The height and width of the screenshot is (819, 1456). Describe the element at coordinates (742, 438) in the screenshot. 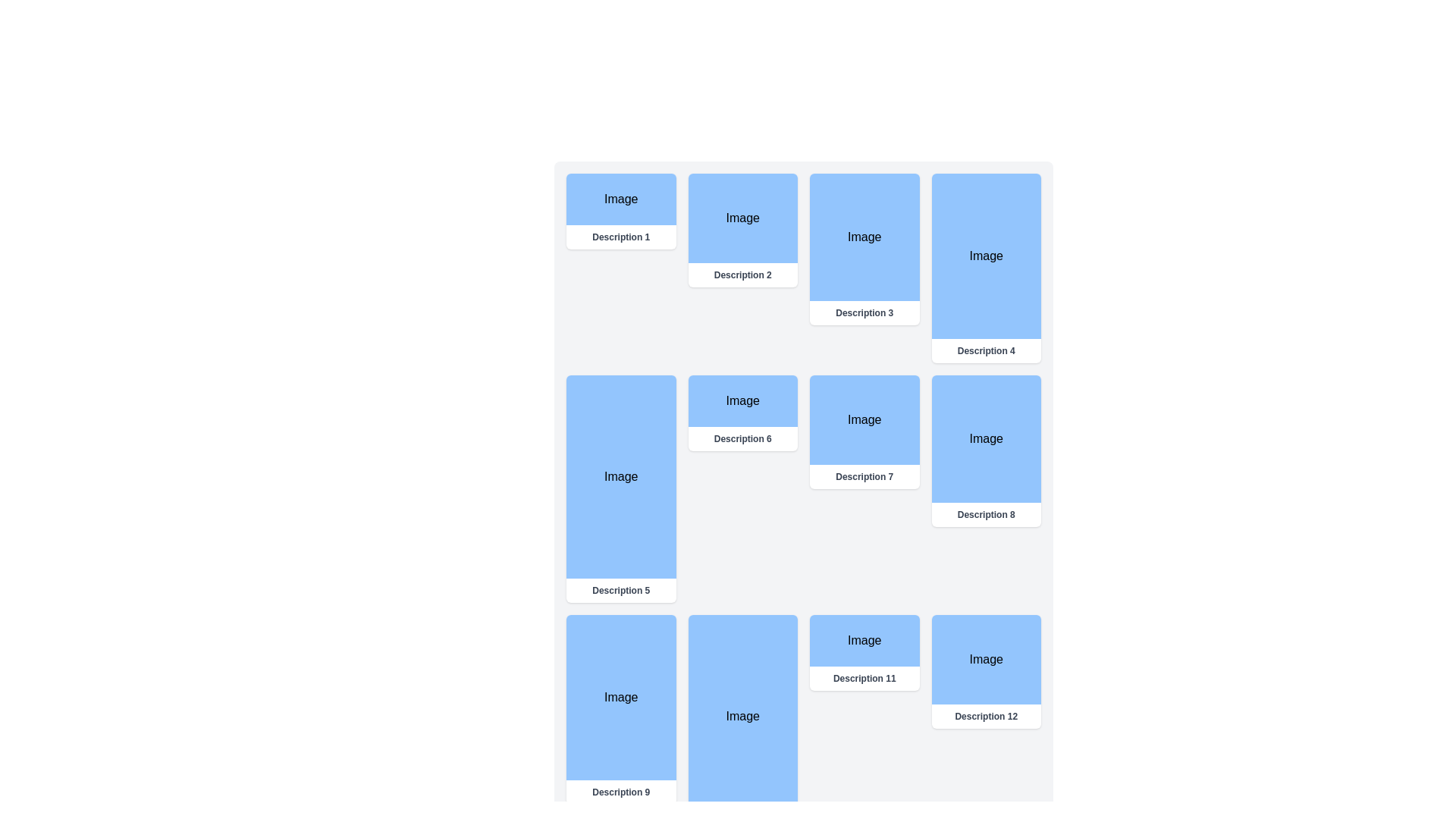

I see `the Text label that provides a description for the image above it, located in the second row and second column of the grid layout` at that location.